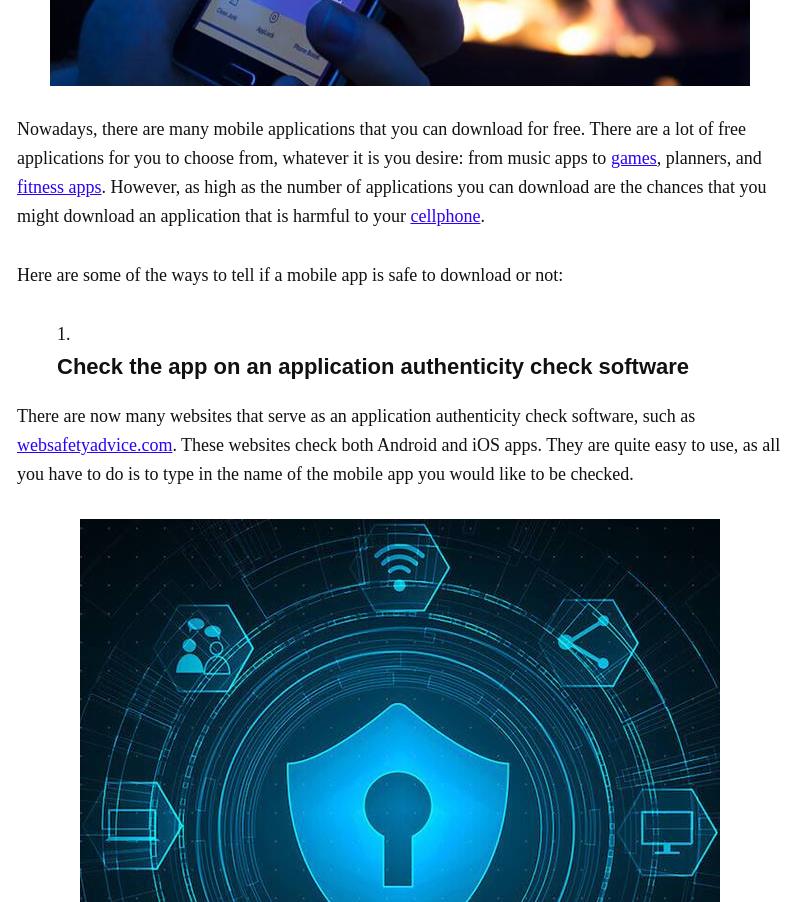 This screenshot has width=800, height=902. I want to click on 'New Sony Xperia Phones', so click(94, 832).